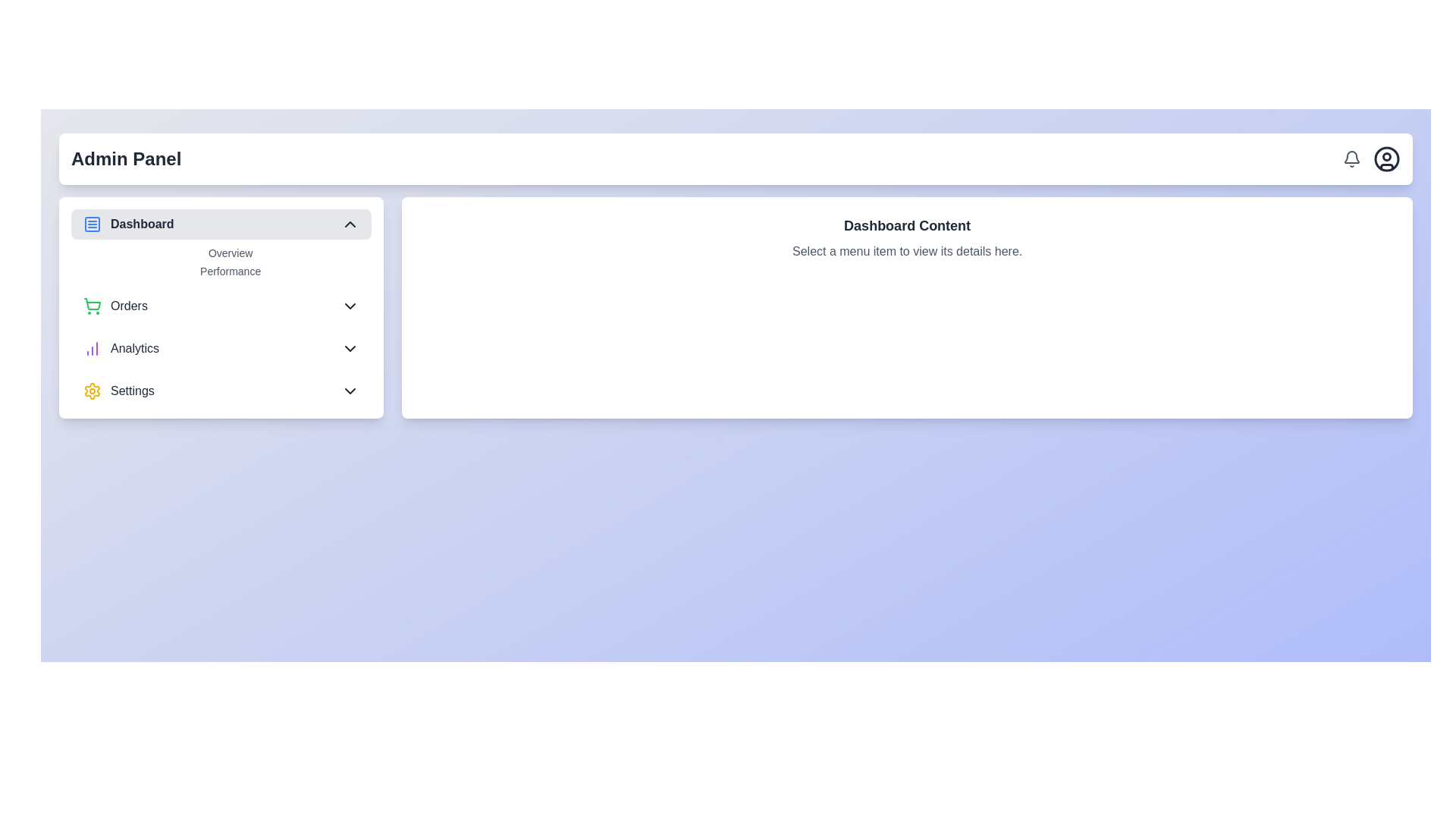 Image resolution: width=1456 pixels, height=819 pixels. What do you see at coordinates (134, 348) in the screenshot?
I see `the navigational text label indicating the analytics section, which is located third from the top` at bounding box center [134, 348].